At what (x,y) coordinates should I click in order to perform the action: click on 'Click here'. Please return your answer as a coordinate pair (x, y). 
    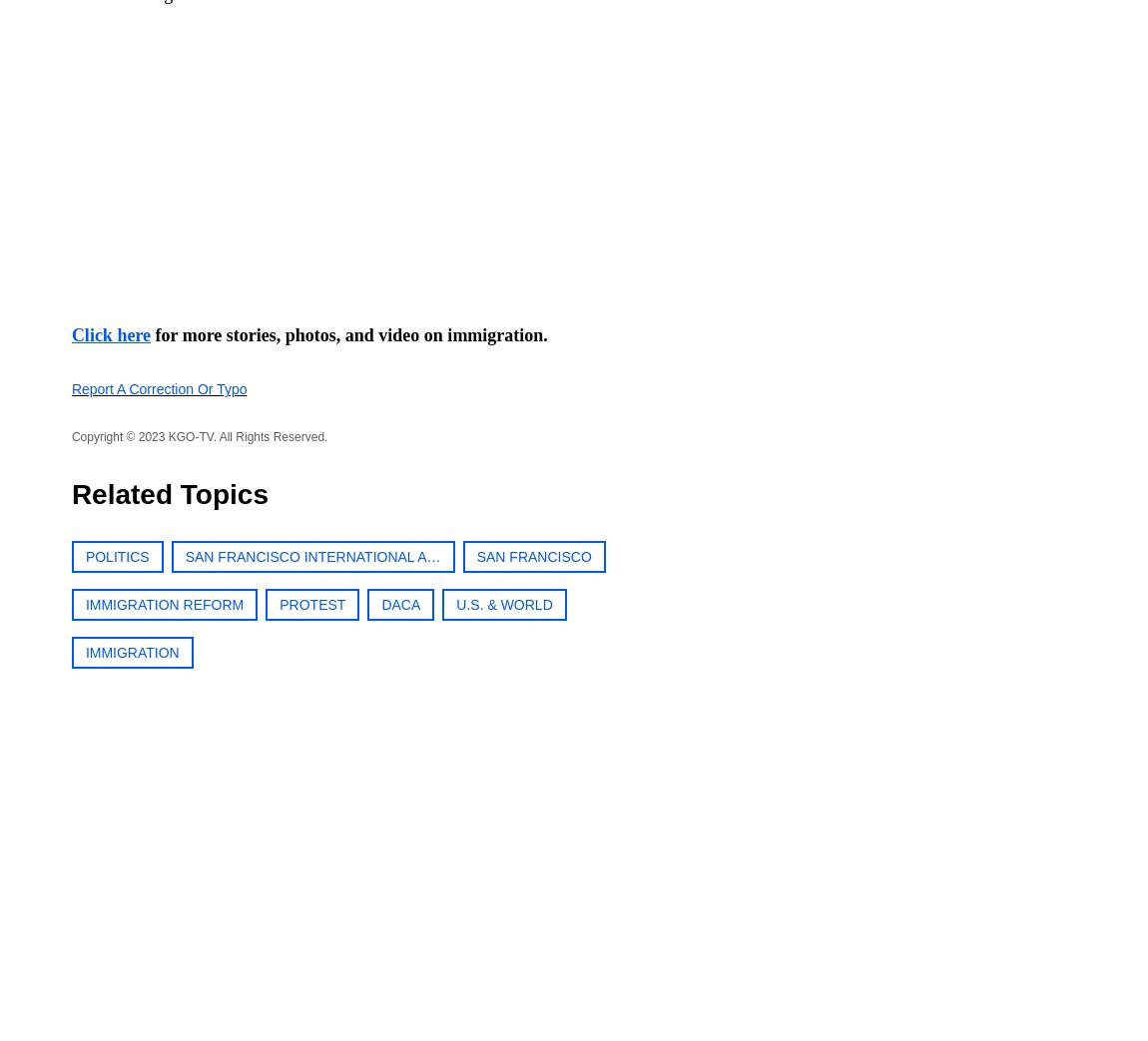
    Looking at the image, I should click on (109, 333).